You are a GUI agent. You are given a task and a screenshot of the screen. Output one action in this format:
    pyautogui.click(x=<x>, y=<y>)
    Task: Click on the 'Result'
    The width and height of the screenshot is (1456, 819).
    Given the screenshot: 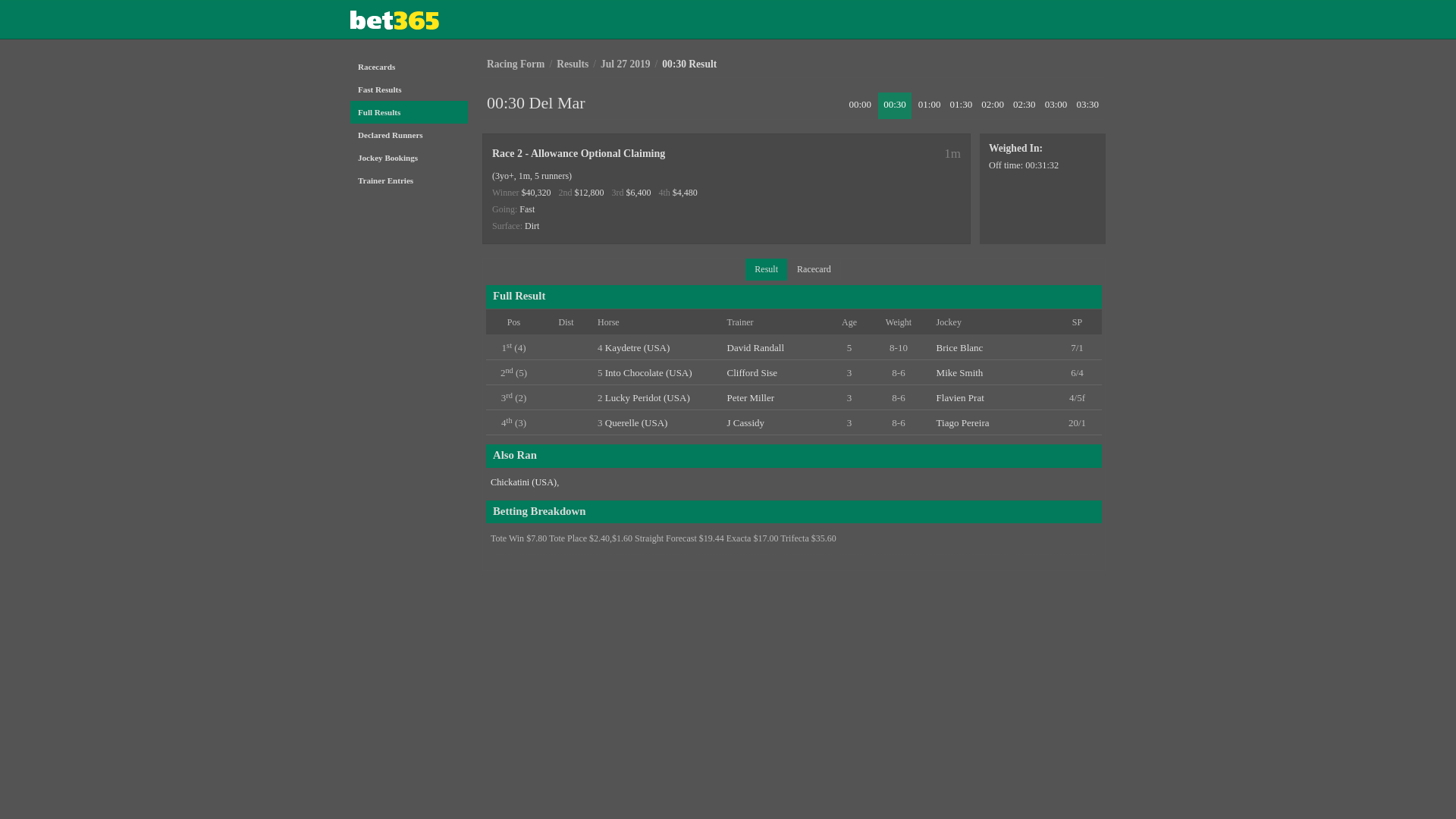 What is the action you would take?
    pyautogui.click(x=766, y=268)
    